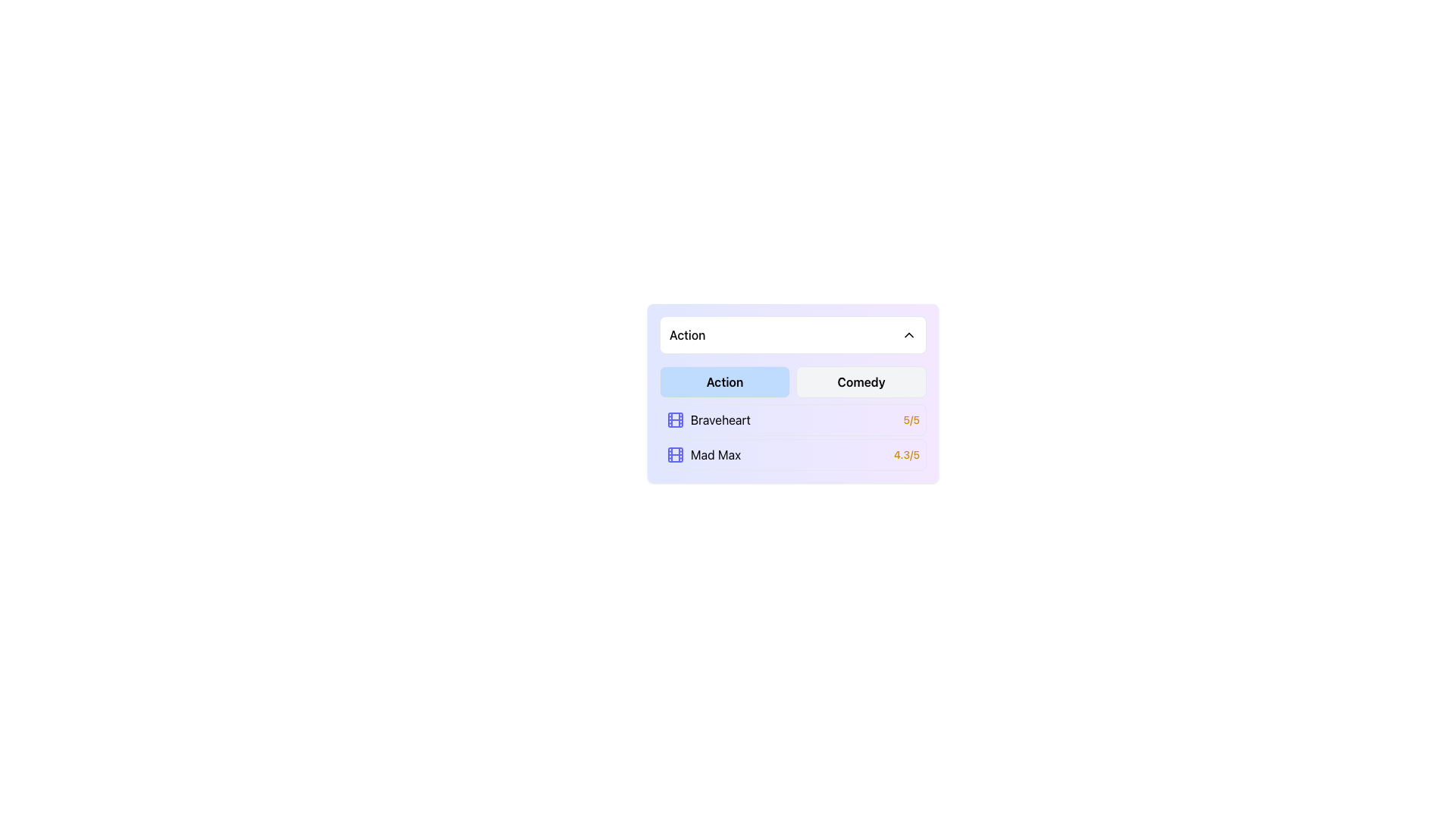 The image size is (1456, 819). I want to click on the horizontal list of movie entries, which includes 'Braveheart' and 'Mad Max' with their ratings, so click(792, 438).